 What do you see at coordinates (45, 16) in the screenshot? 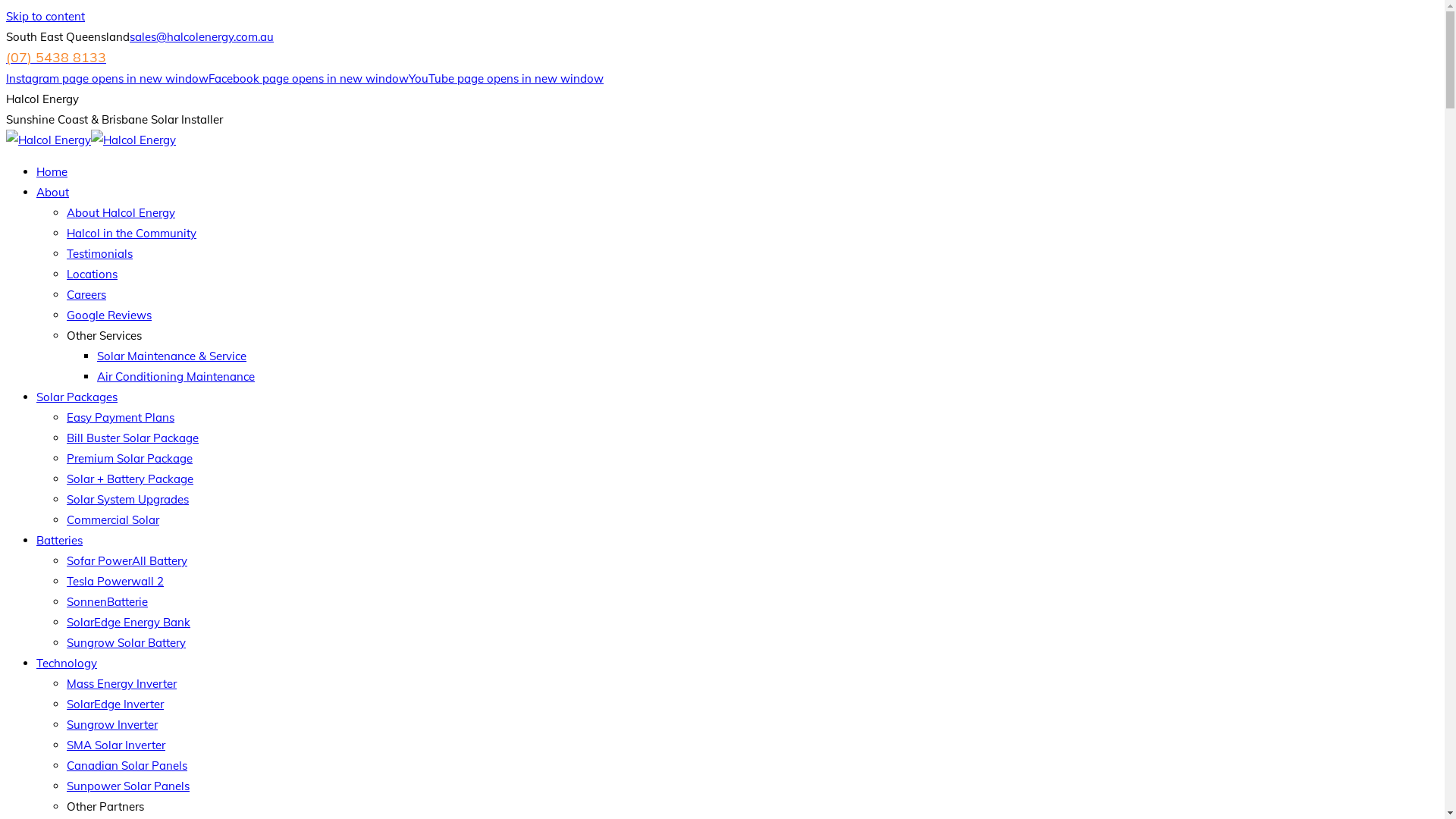
I see `'Skip to content'` at bounding box center [45, 16].